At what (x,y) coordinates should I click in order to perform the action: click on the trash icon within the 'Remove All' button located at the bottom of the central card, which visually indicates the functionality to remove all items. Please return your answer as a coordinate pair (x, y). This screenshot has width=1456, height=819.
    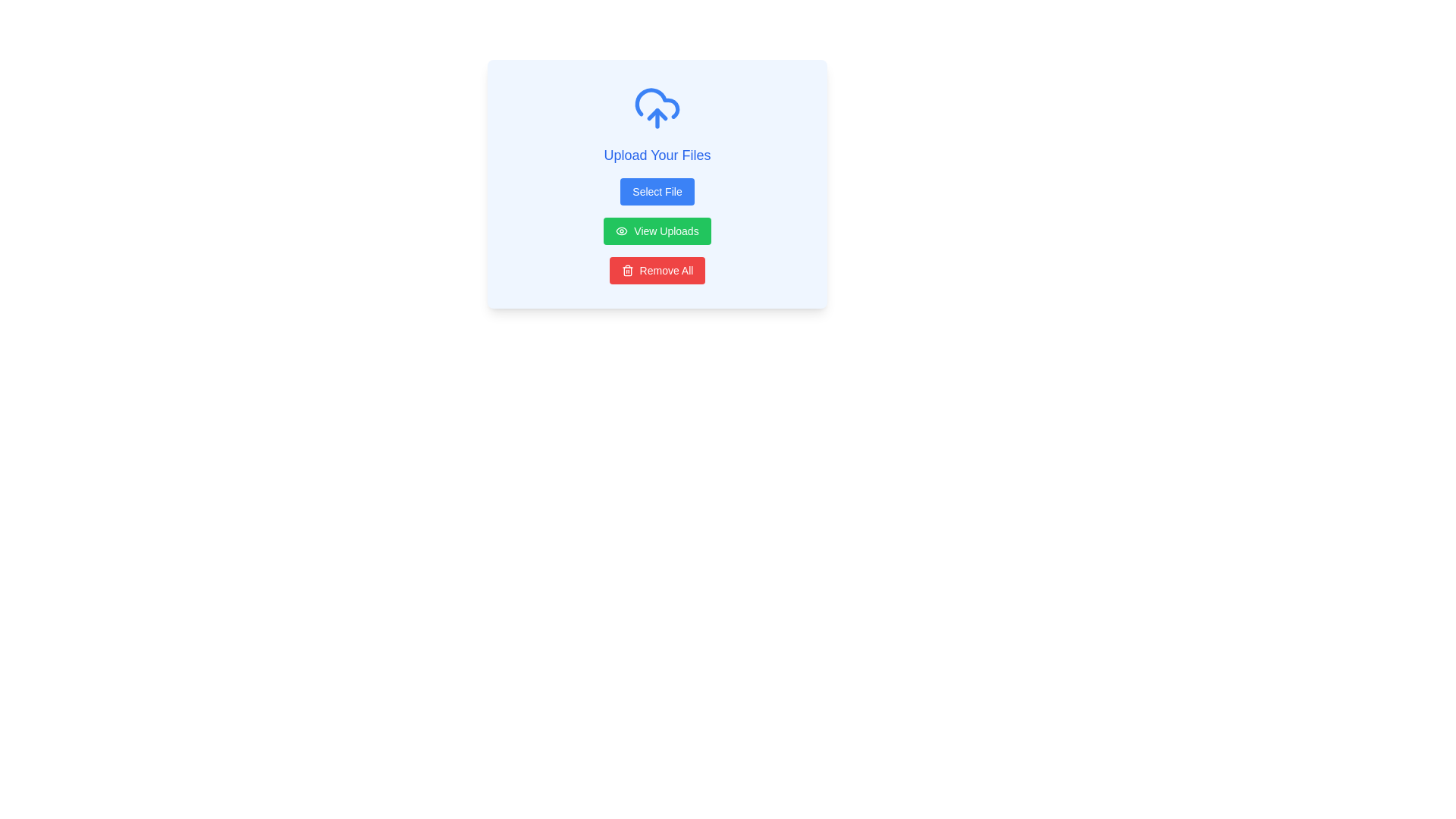
    Looking at the image, I should click on (627, 271).